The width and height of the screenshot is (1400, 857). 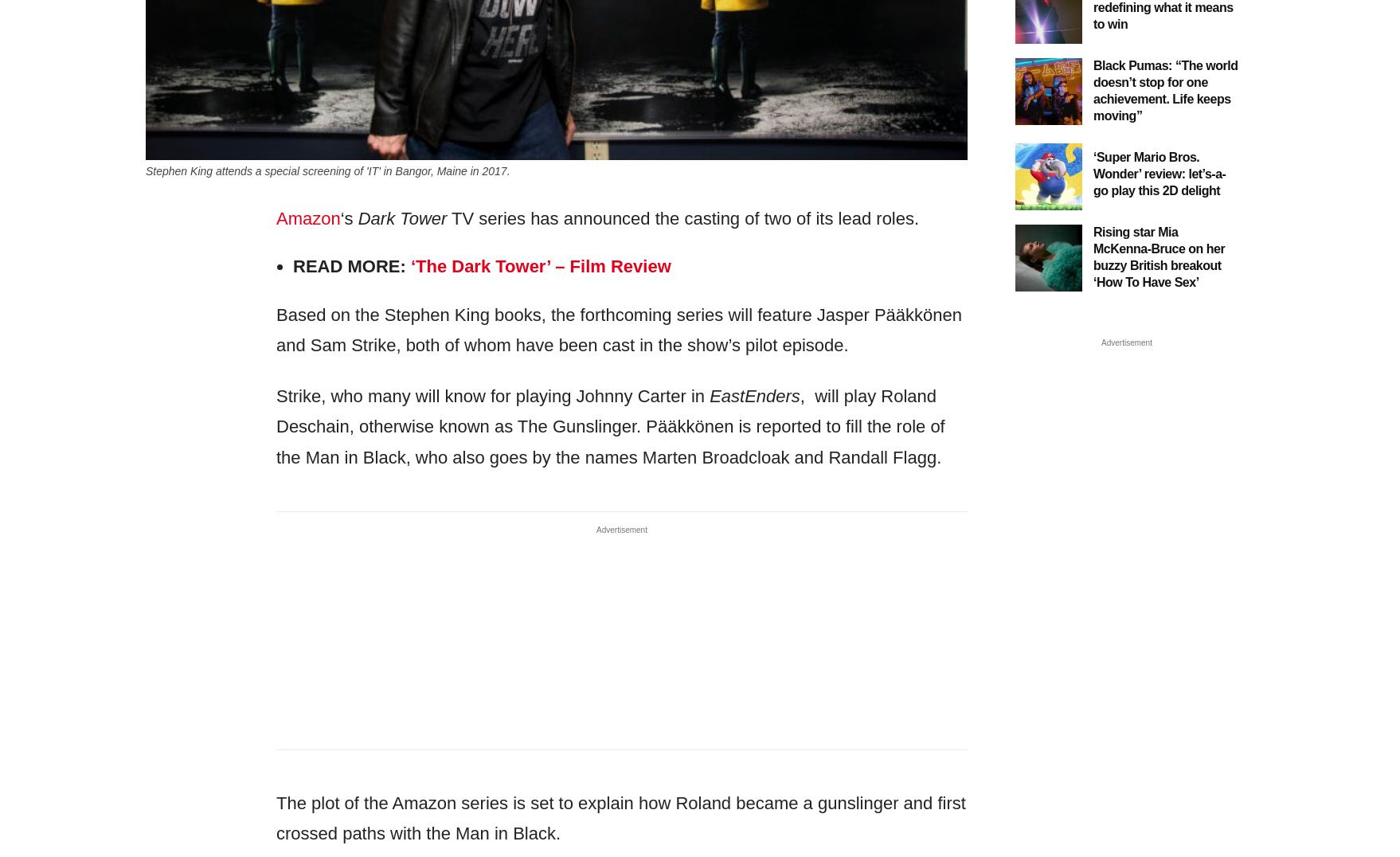 What do you see at coordinates (349, 265) in the screenshot?
I see `'Read More:'` at bounding box center [349, 265].